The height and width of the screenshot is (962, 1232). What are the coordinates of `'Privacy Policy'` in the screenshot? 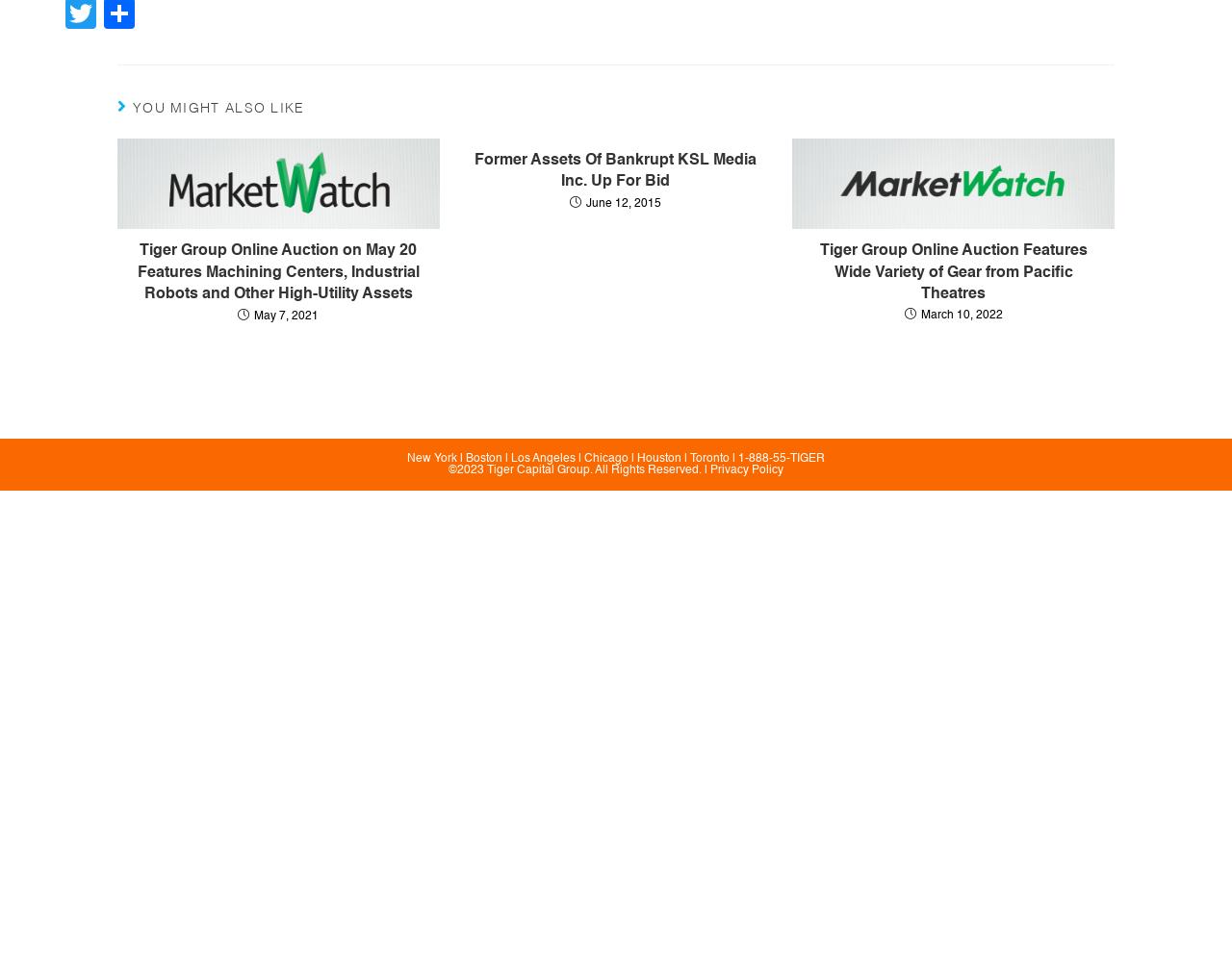 It's located at (745, 469).